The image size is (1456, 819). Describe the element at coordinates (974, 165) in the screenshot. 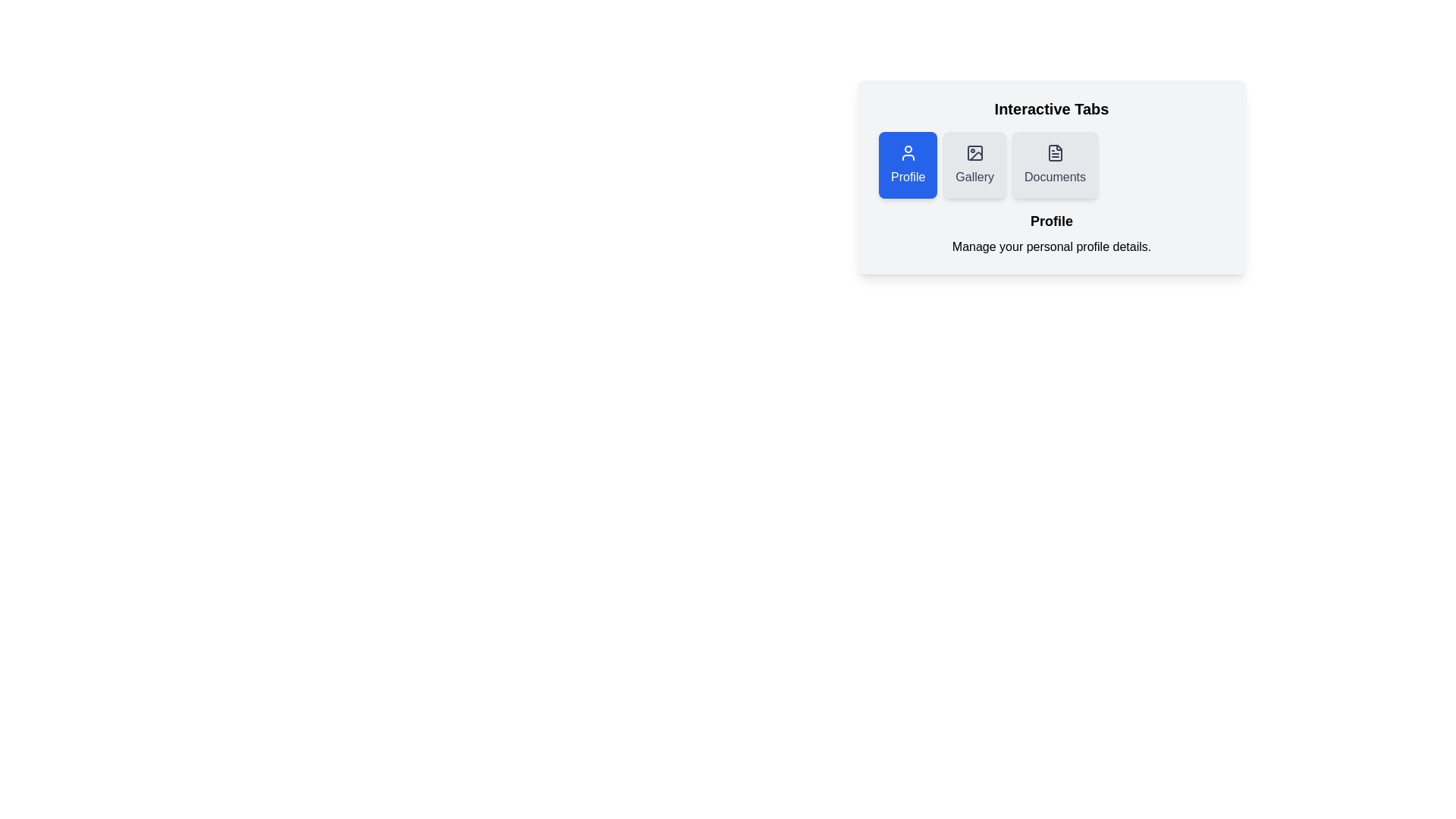

I see `the Gallery tab by clicking on it` at that location.